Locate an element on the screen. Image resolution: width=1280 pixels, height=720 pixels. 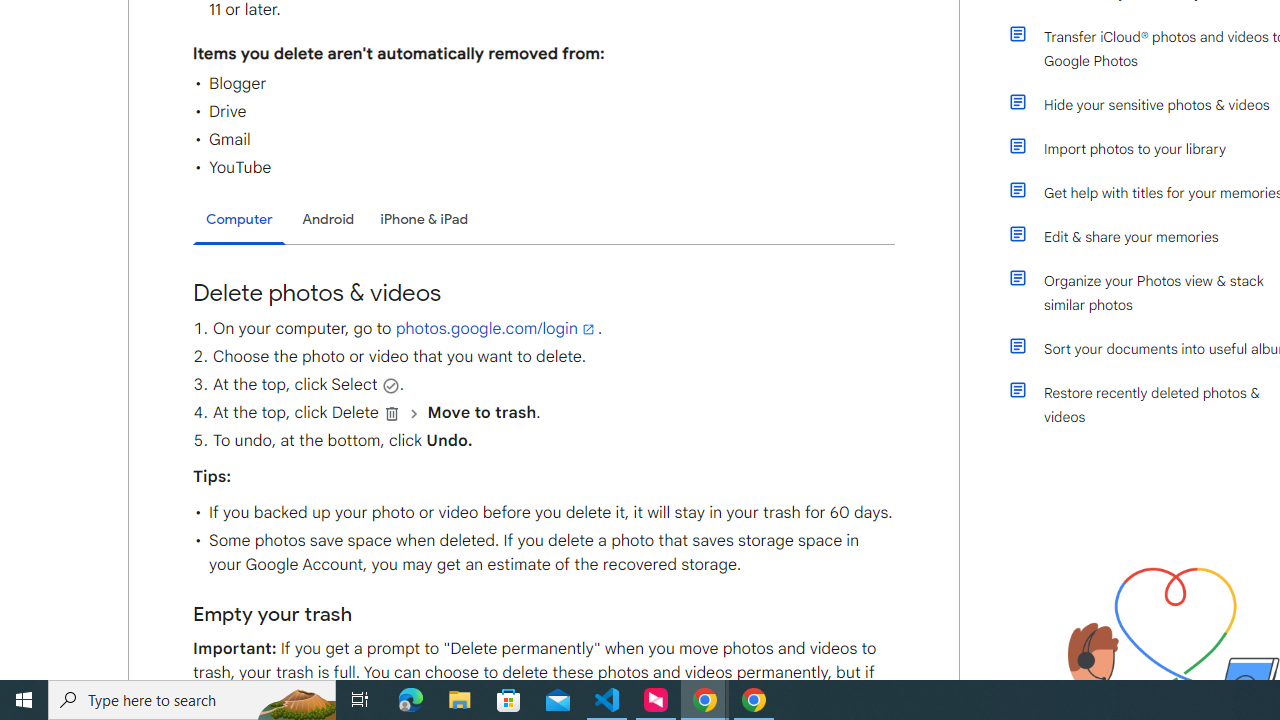
'Computer' is located at coordinates (239, 220).